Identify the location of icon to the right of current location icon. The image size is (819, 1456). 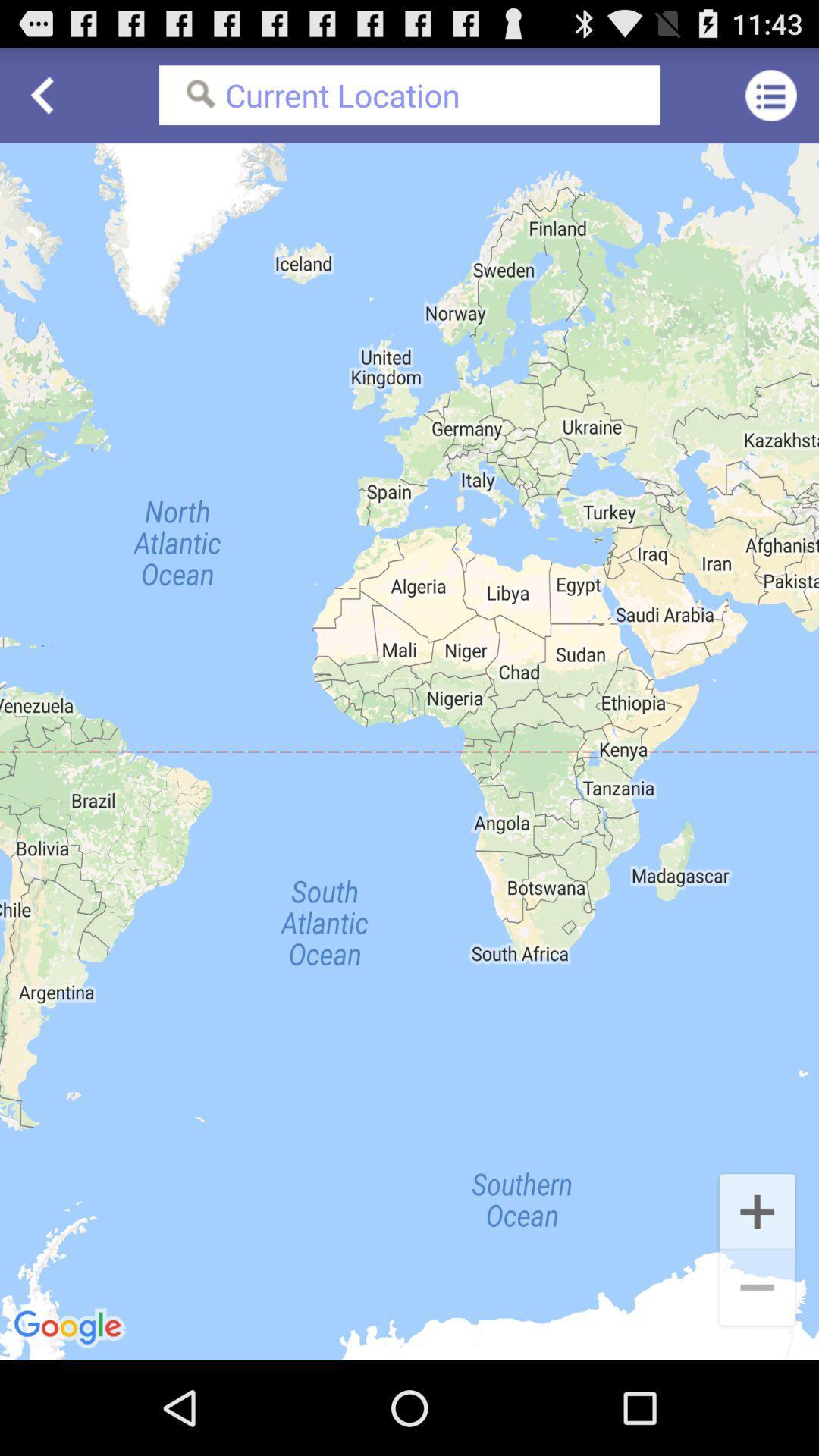
(771, 94).